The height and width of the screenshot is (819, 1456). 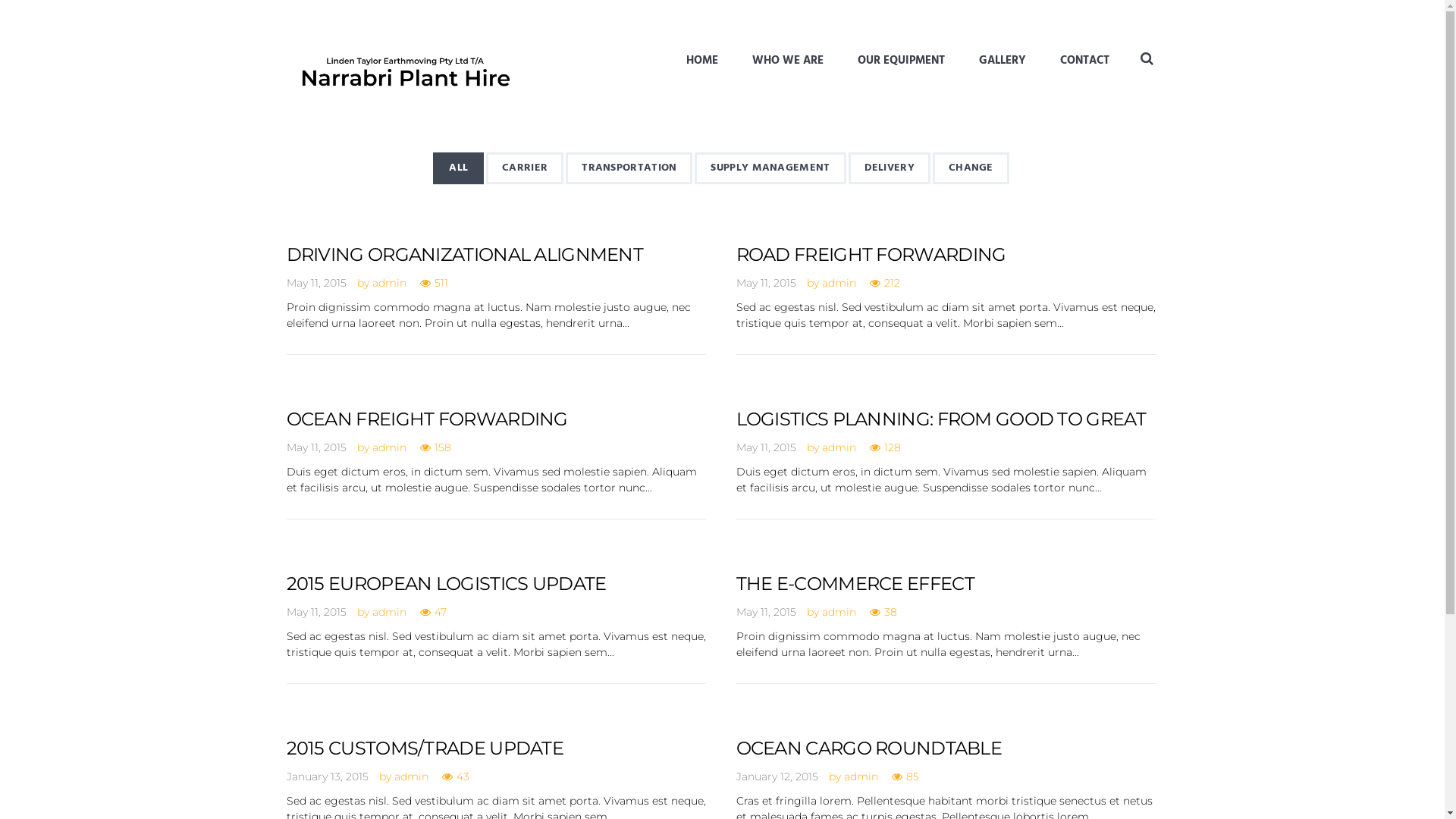 What do you see at coordinates (855, 583) in the screenshot?
I see `'THE E-COMMERCE EFFECT'` at bounding box center [855, 583].